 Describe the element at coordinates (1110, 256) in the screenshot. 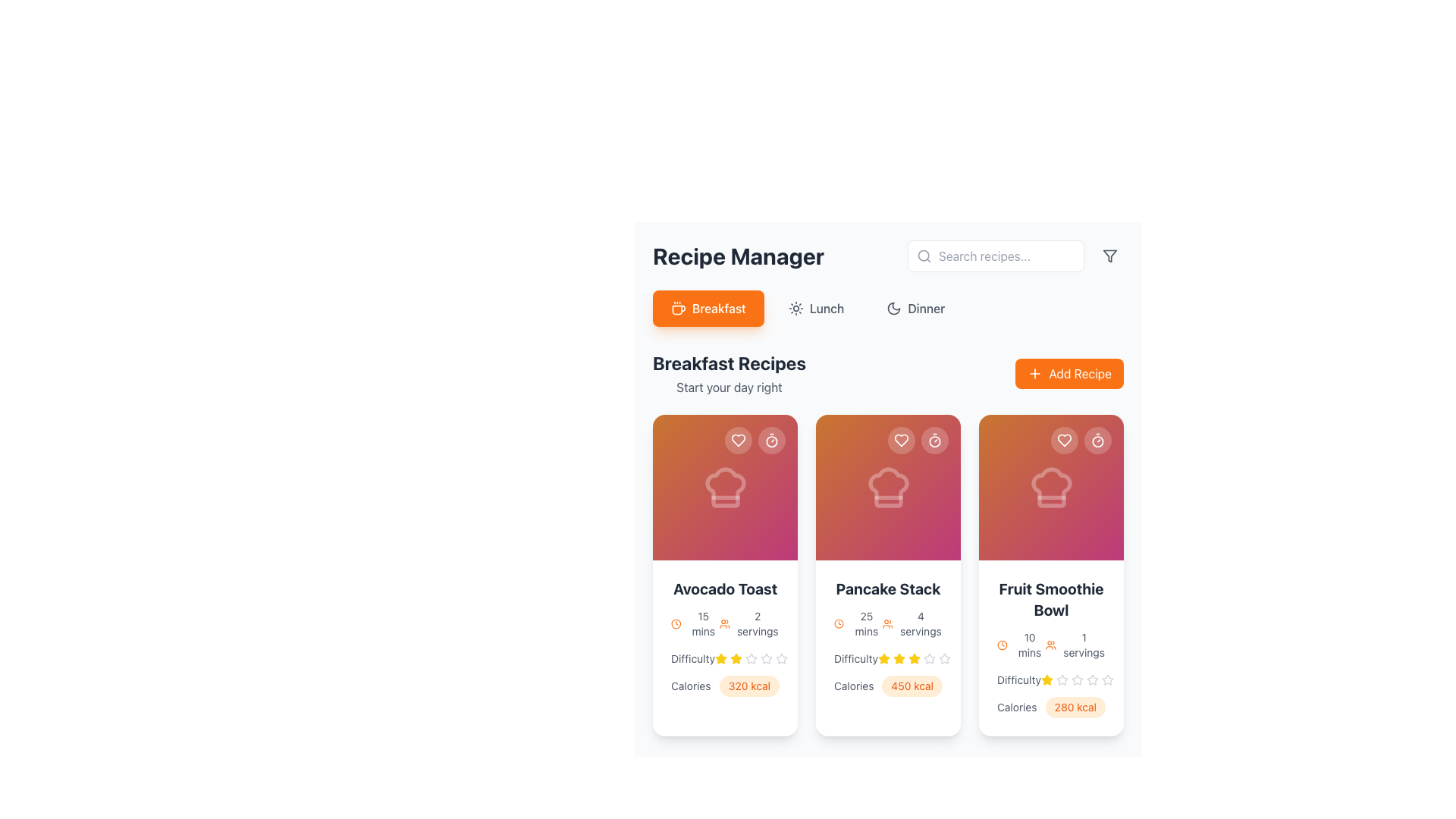

I see `the filtering icon located in the top-right corner of the layout, to the immediate right of the search field` at that location.